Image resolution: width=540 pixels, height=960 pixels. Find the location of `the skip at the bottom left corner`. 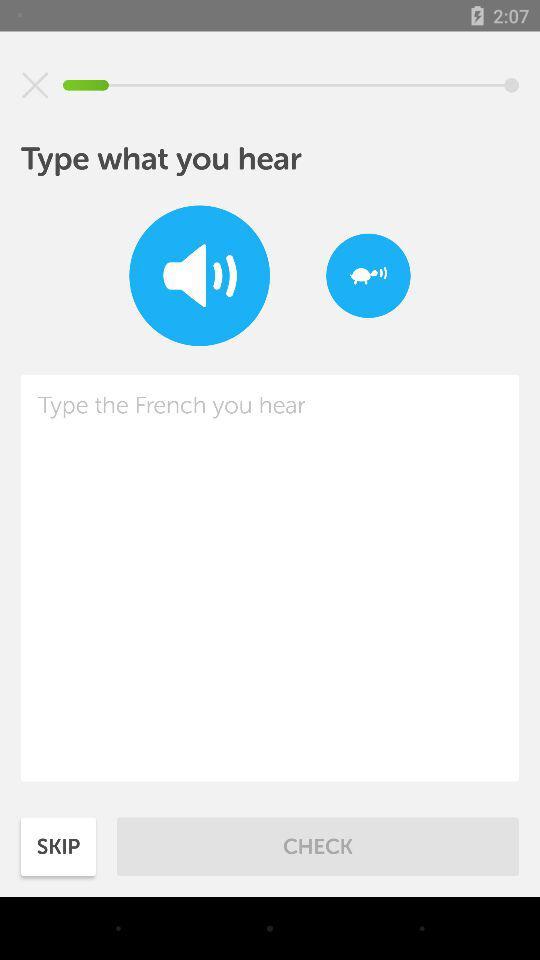

the skip at the bottom left corner is located at coordinates (58, 845).